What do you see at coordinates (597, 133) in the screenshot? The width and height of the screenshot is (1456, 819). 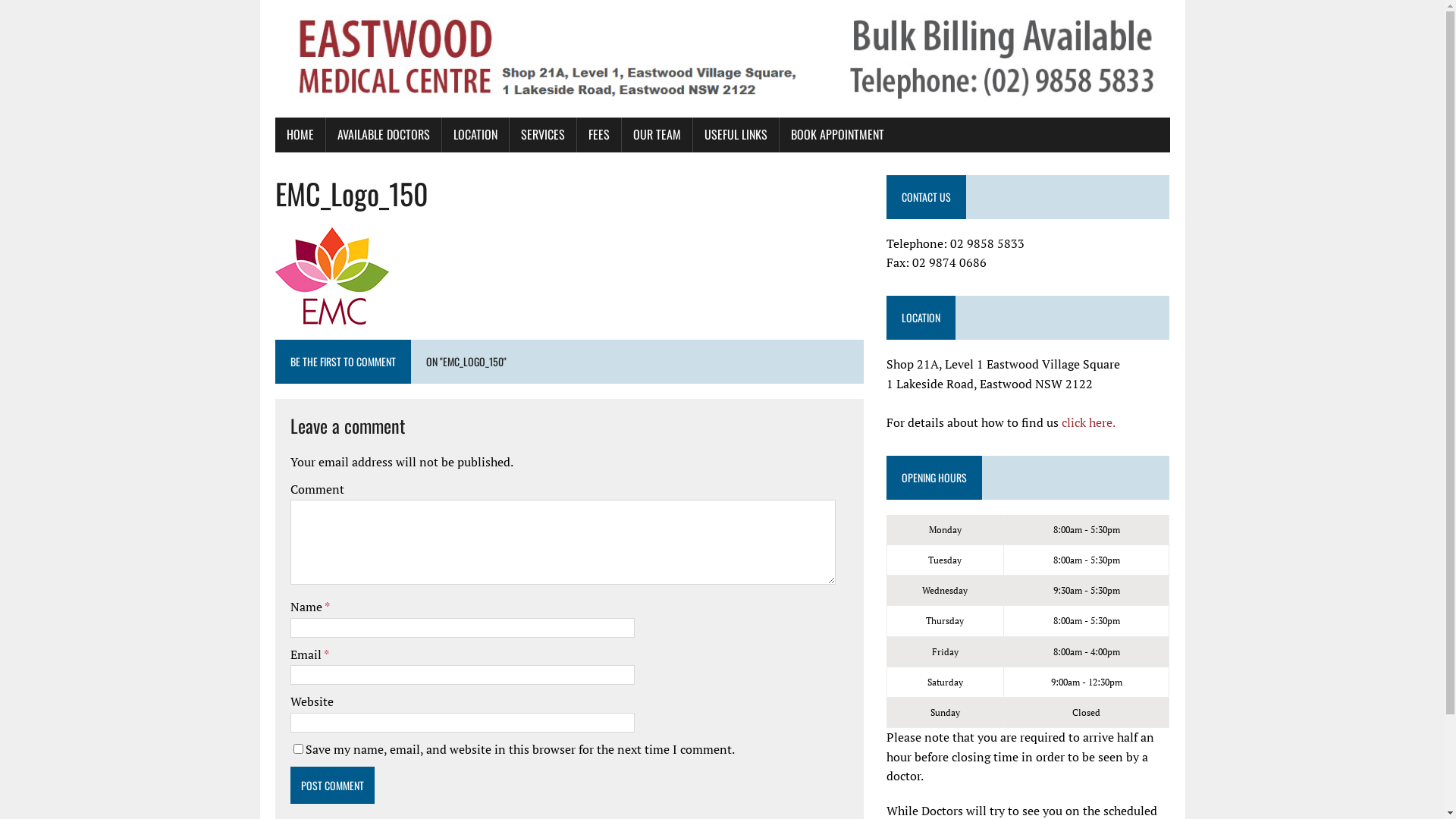 I see `'FEES'` at bounding box center [597, 133].